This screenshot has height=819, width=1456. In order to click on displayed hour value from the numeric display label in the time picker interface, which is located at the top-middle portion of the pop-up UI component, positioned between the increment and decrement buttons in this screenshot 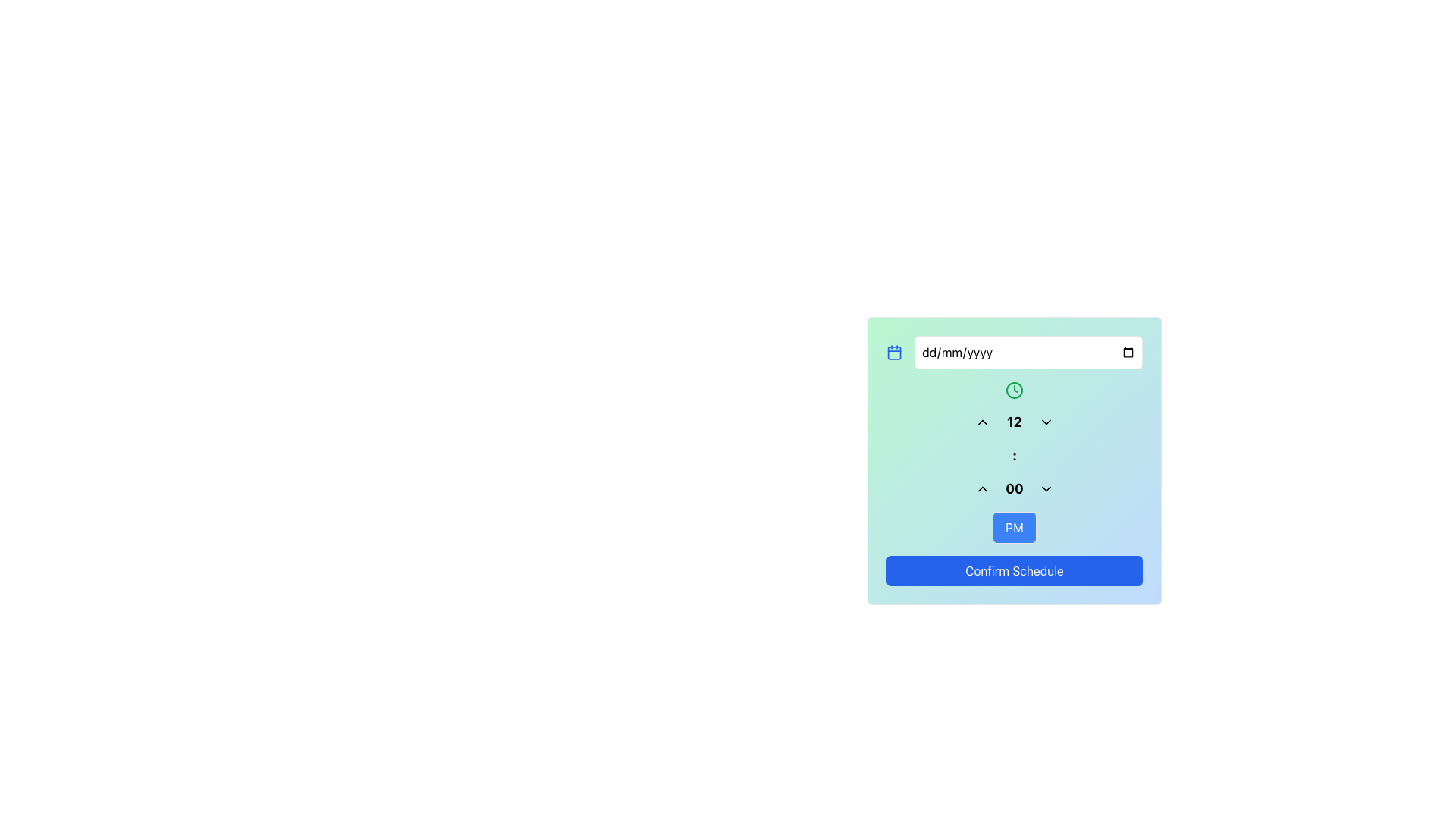, I will do `click(1015, 422)`.